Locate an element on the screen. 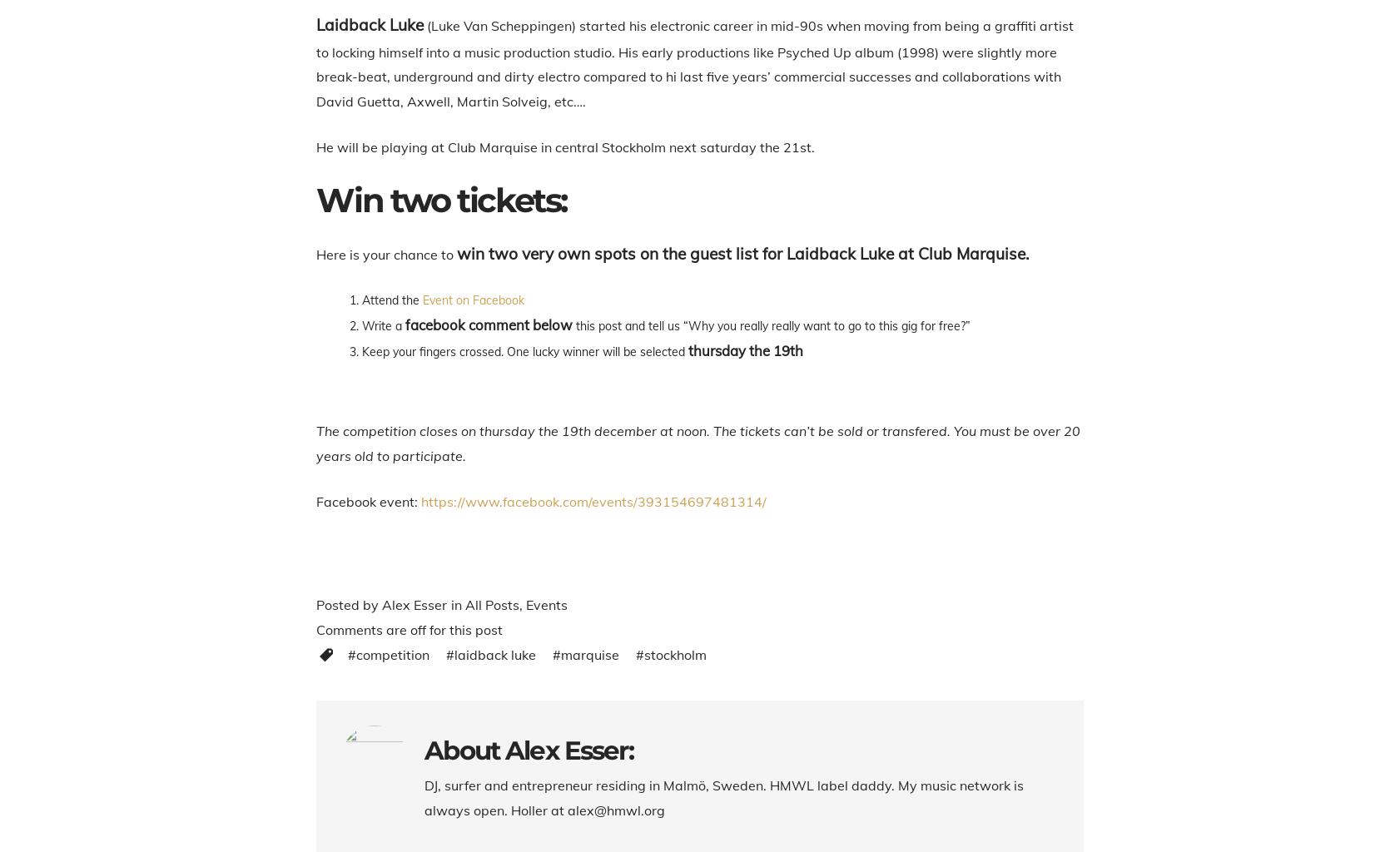 The height and width of the screenshot is (852, 1400). 'DJ, surfer and entrepreneur residing in Malmö, Sweden. HMWL label daddy. My music network is always open. Holler at alex@hmwl.org' is located at coordinates (424, 797).